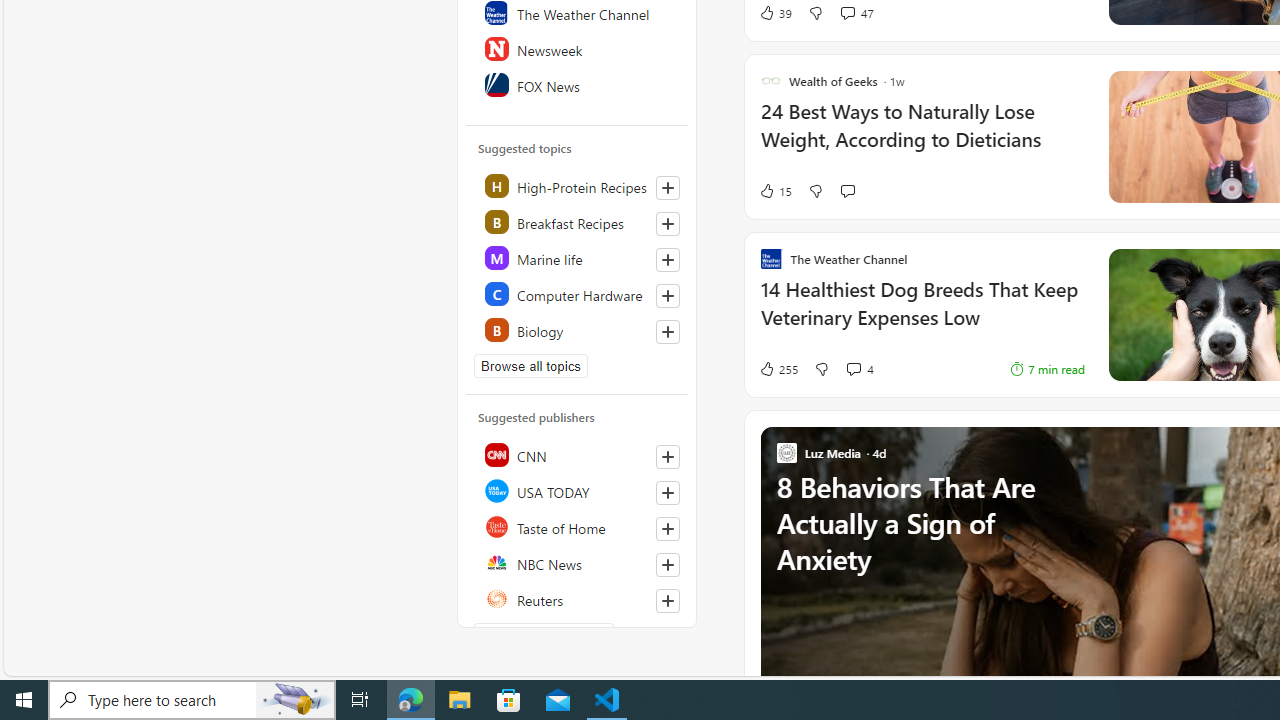  Describe the element at coordinates (774, 12) in the screenshot. I see `'39 Like'` at that location.